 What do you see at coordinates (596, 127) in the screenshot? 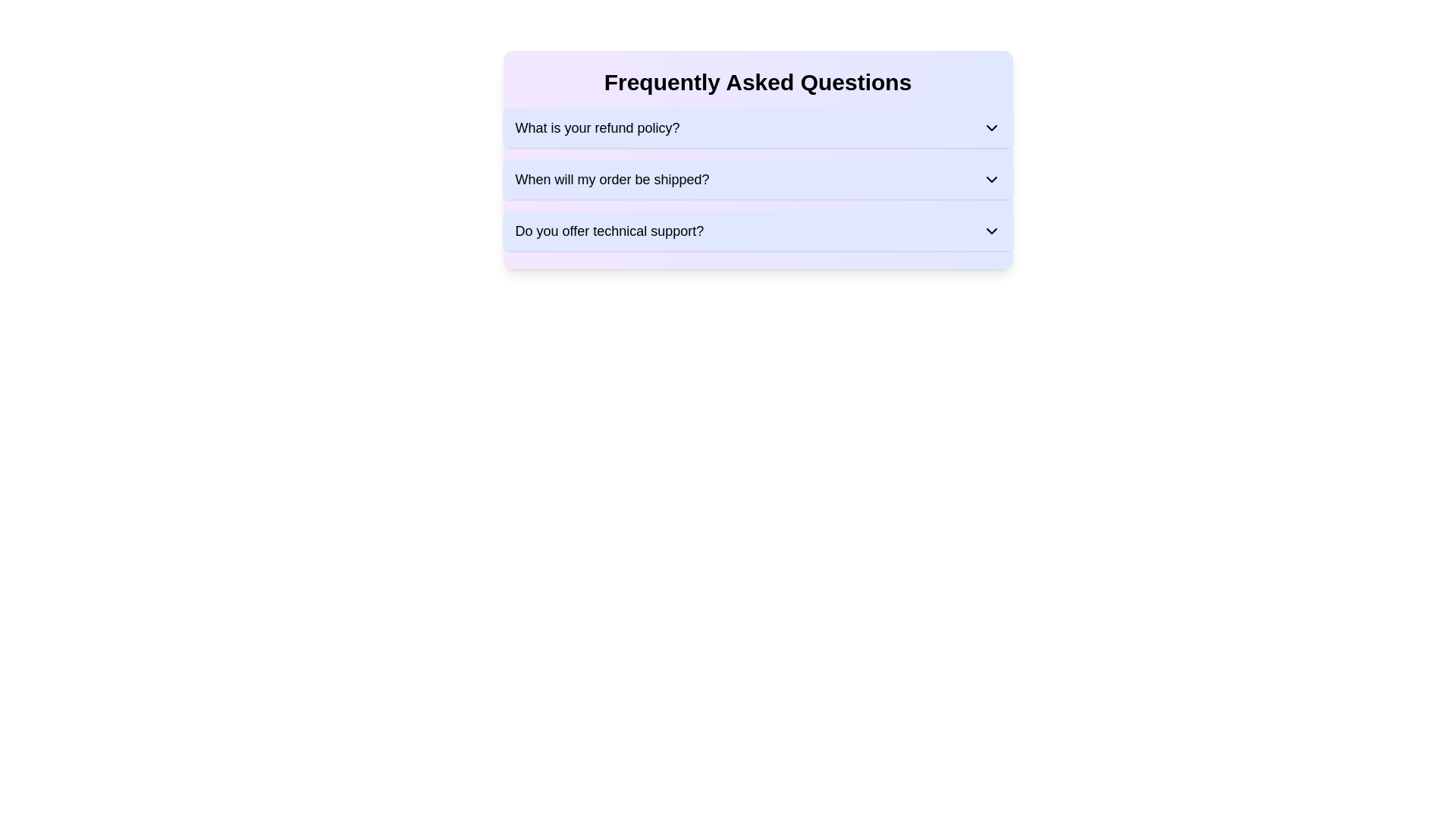
I see `the text label displaying 'What is your refund policy?' which is styled with a larger font size and medium weight, located in the 'Frequently Asked Questions' section` at bounding box center [596, 127].